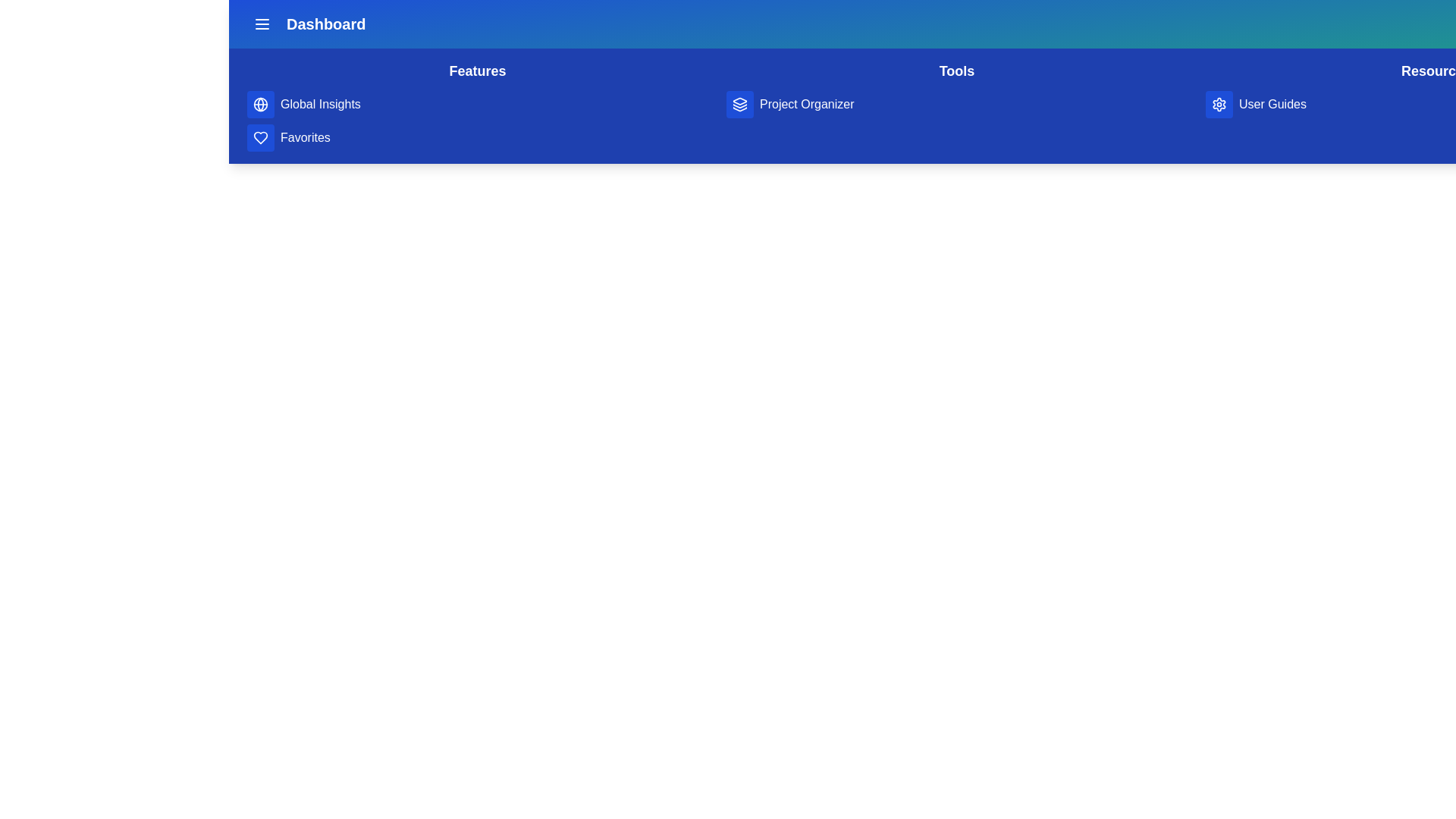 The height and width of the screenshot is (819, 1456). I want to click on the button with a gear icon that serves as a navigation trigger for 'User Guides', so click(1219, 104).